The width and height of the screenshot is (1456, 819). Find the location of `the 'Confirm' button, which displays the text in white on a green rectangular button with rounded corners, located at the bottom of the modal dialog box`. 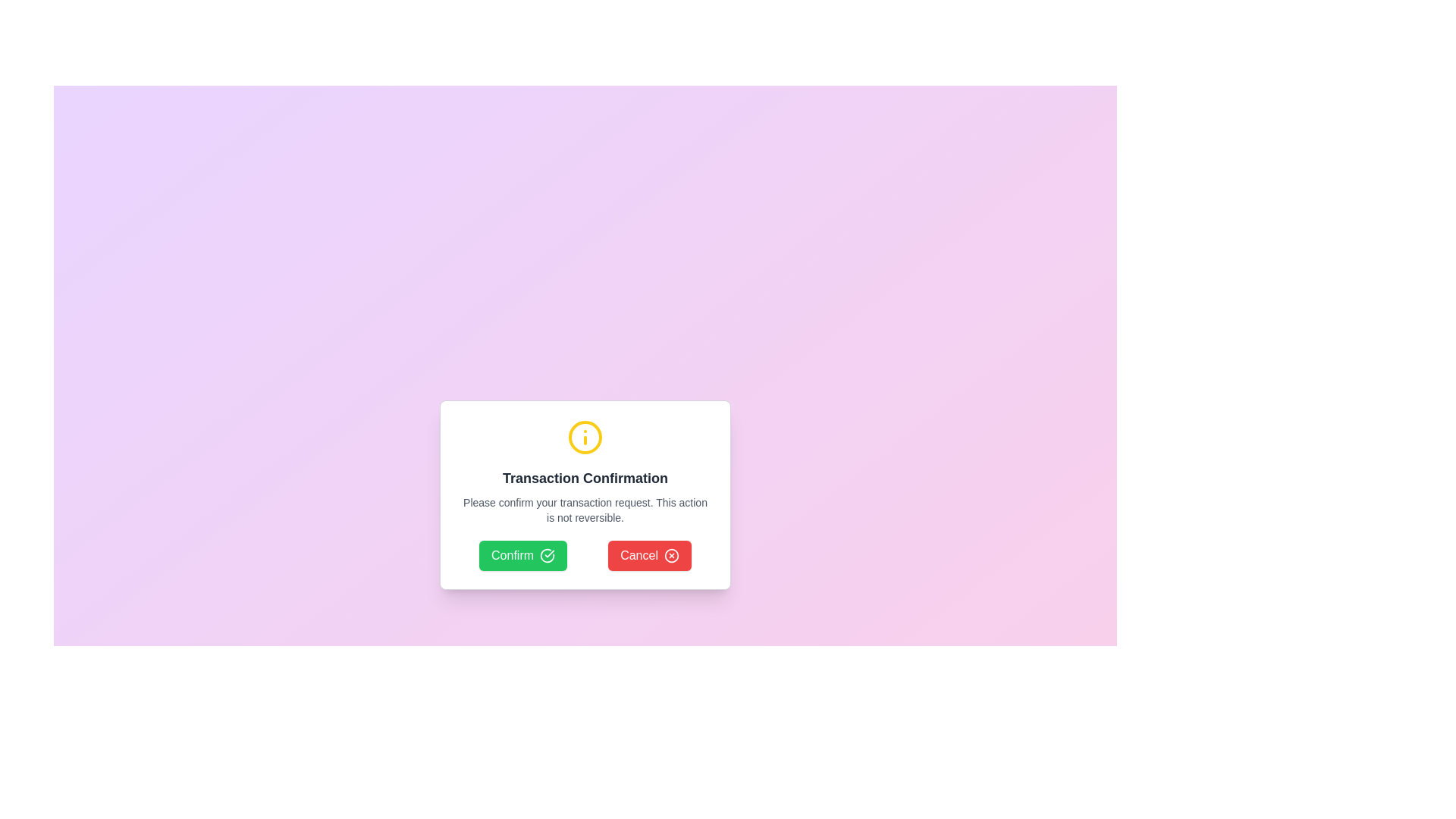

the 'Confirm' button, which displays the text in white on a green rectangular button with rounded corners, located at the bottom of the modal dialog box is located at coordinates (513, 555).